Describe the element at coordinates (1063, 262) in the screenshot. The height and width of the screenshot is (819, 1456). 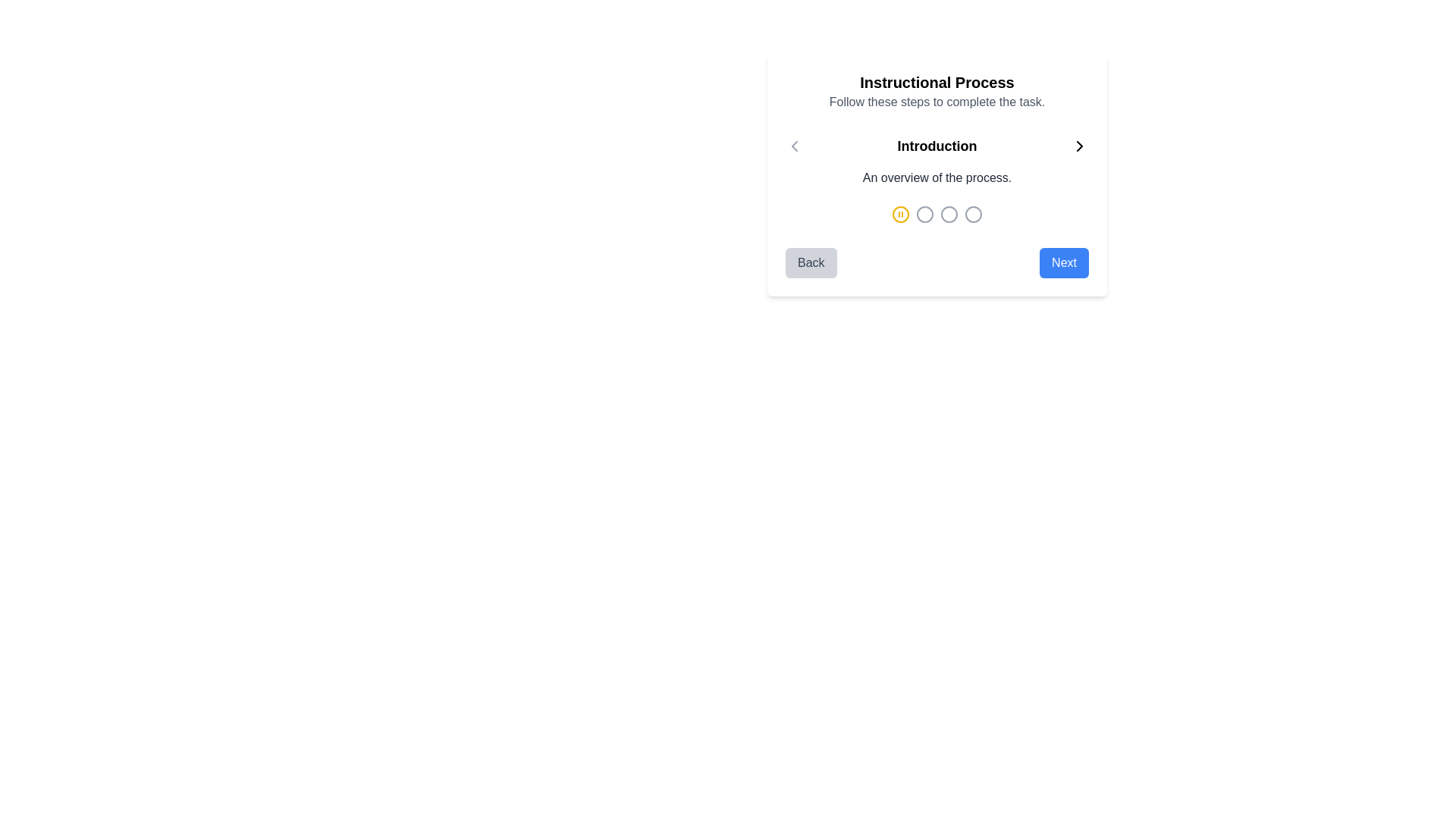
I see `the 'Next' button, which is a rectangular button with rounded corners, blue background, and white text, located on the right side of the navigation interface` at that location.